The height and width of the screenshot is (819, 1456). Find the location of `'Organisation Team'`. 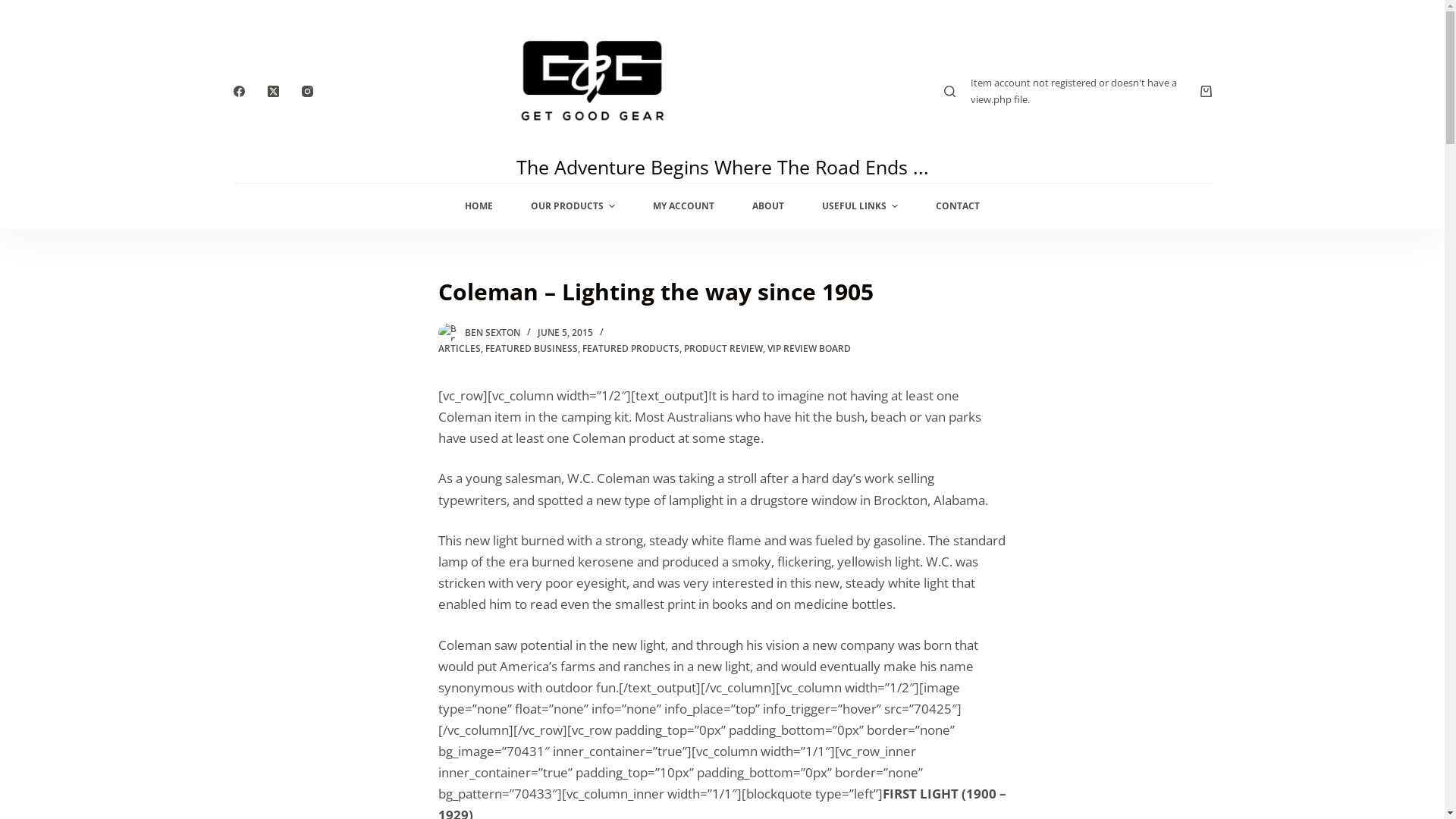

'Organisation Team' is located at coordinates (487, 557).